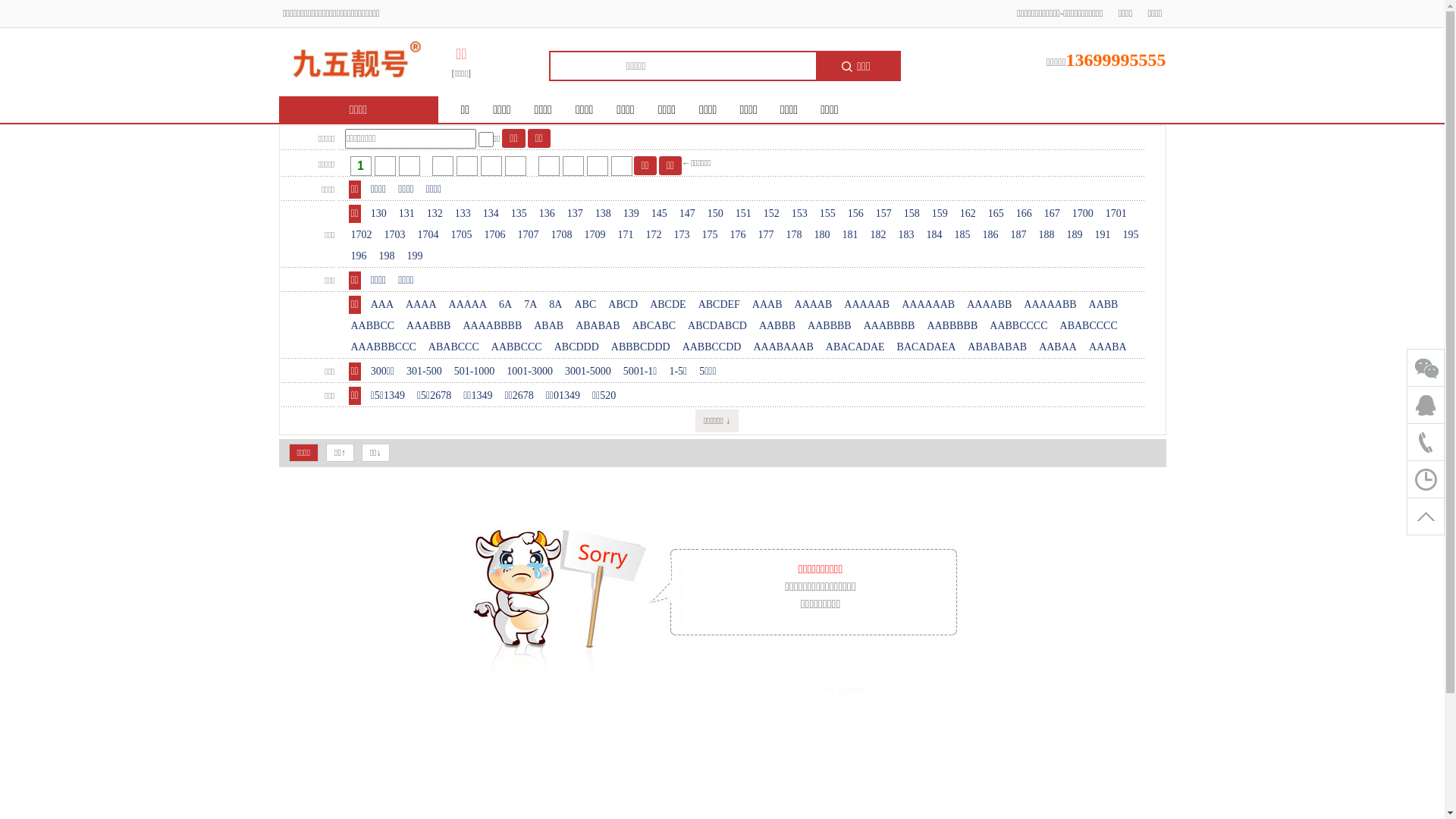  What do you see at coordinates (382, 304) in the screenshot?
I see `'AAA'` at bounding box center [382, 304].